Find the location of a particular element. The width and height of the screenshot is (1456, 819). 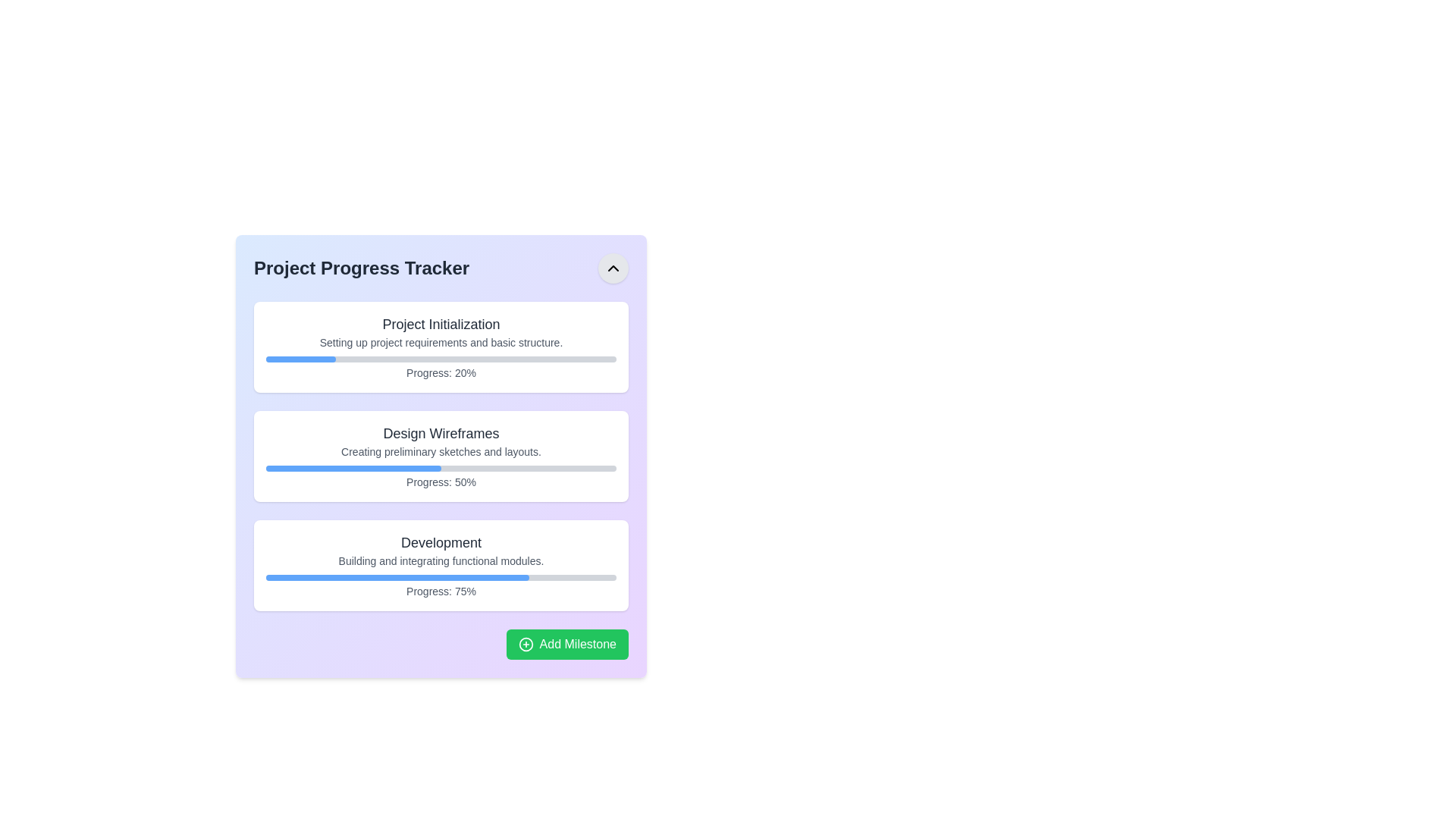

the design of the small green outlined circle icon with a white plus sign inside, located to the left of the 'Add Milestone' text on the button at the bottom-center of the interface is located at coordinates (526, 644).